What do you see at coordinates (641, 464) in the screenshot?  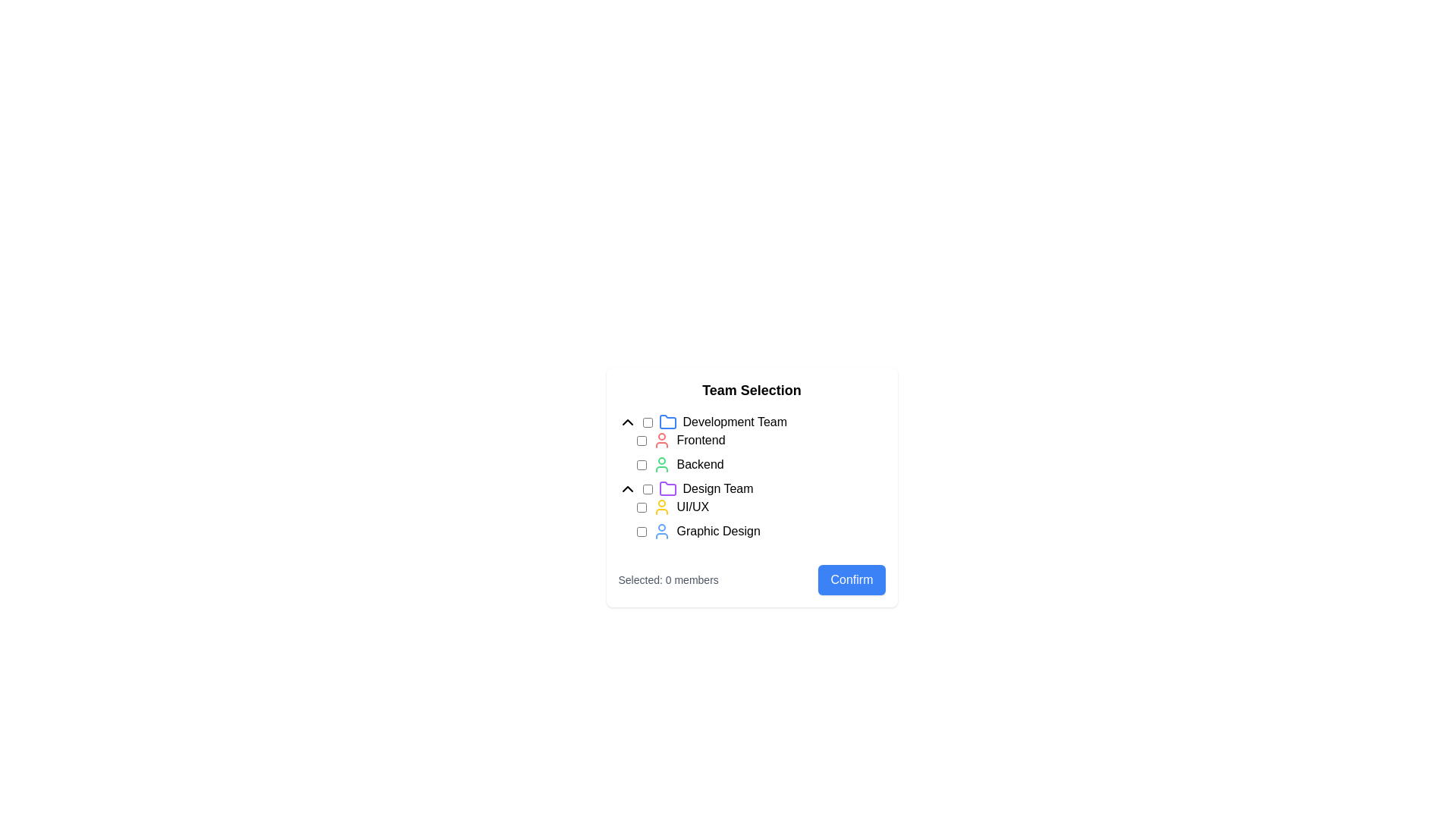 I see `the checkbox next to the label 'Backend'` at bounding box center [641, 464].